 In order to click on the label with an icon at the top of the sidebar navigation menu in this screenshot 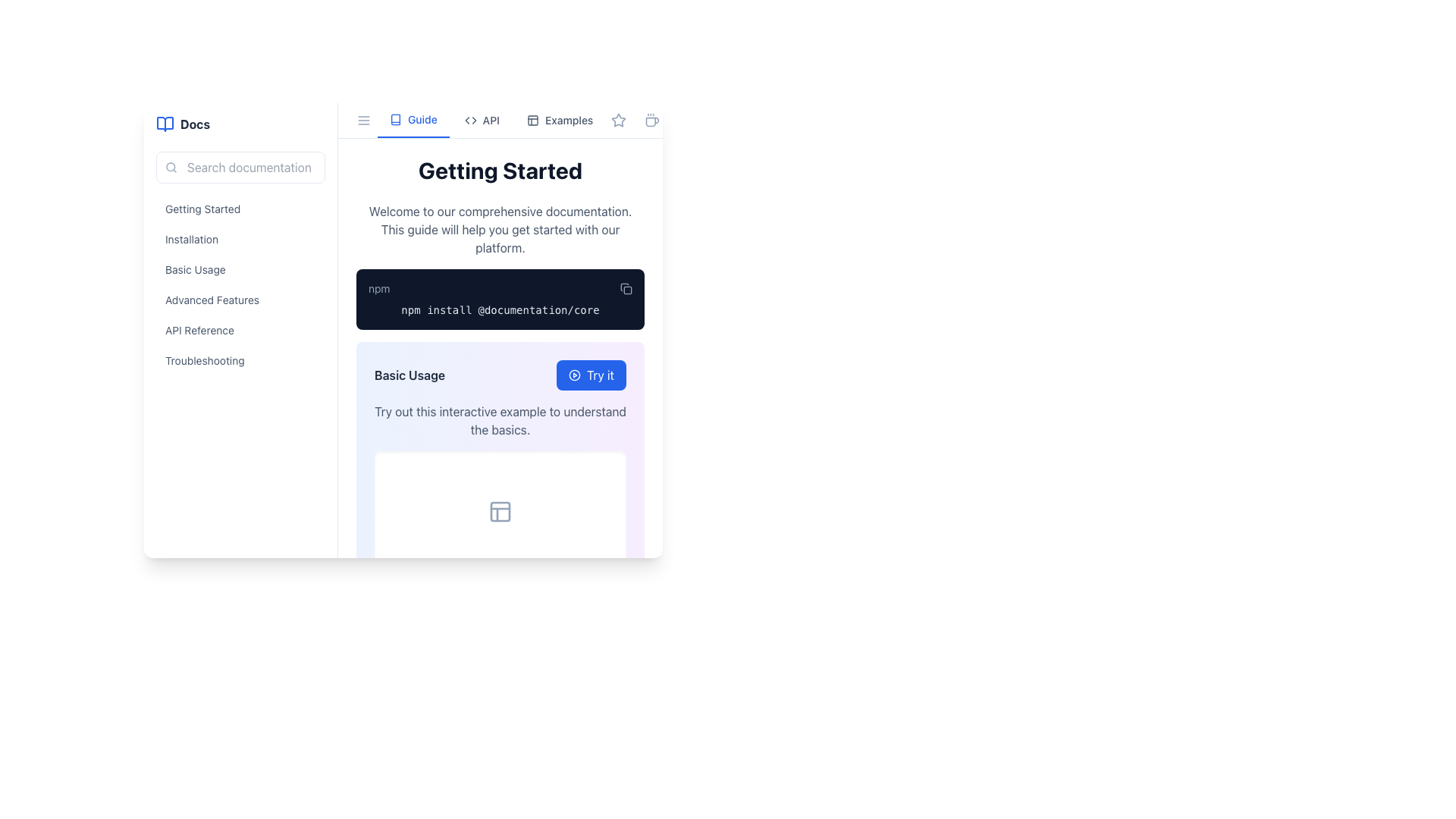, I will do `click(240, 124)`.